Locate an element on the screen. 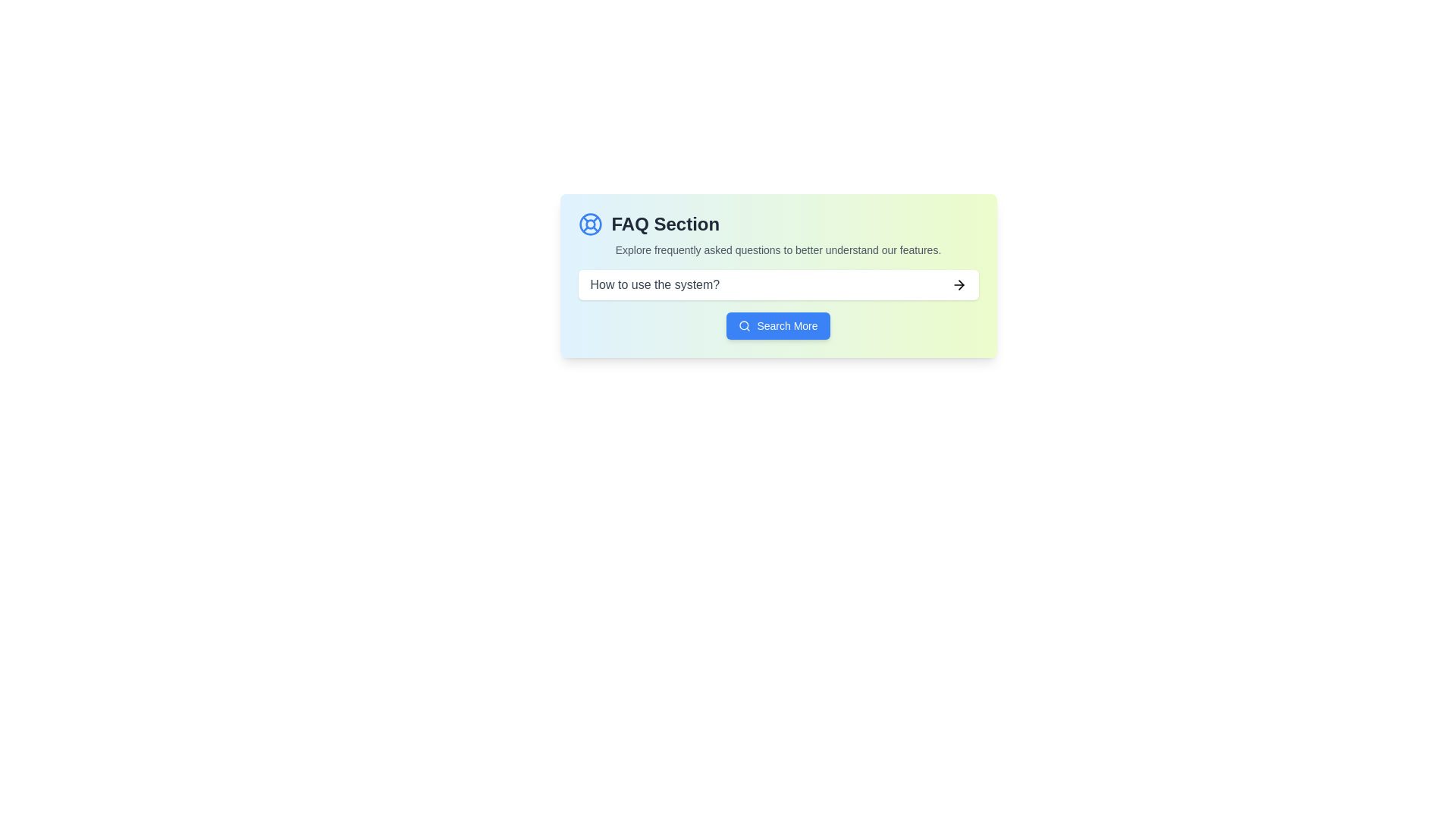 Image resolution: width=1456 pixels, height=819 pixels. the magnifying glass icon located in the bottom-right corner of the FAQ card, which represents the search functionality is located at coordinates (744, 325).